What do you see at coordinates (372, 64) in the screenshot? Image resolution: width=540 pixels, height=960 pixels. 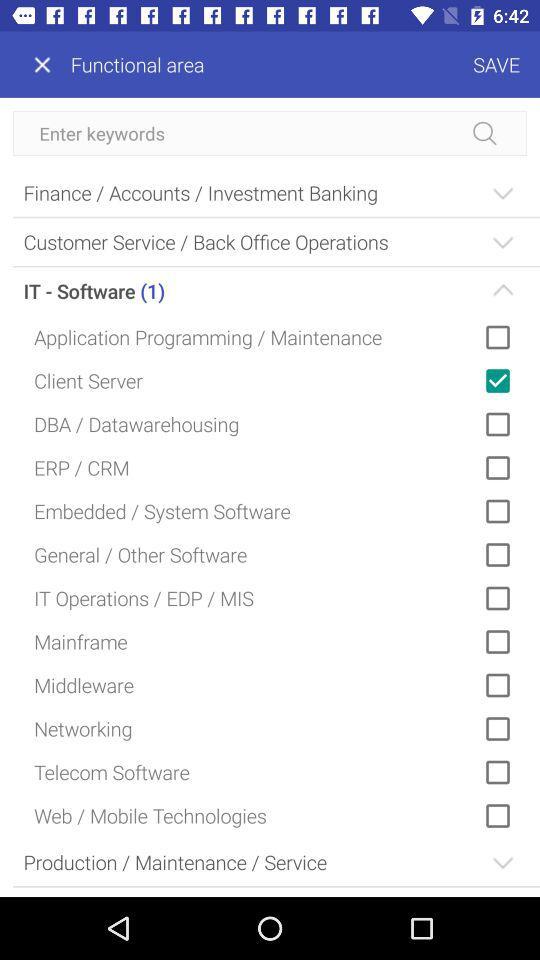 I see `the save` at bounding box center [372, 64].